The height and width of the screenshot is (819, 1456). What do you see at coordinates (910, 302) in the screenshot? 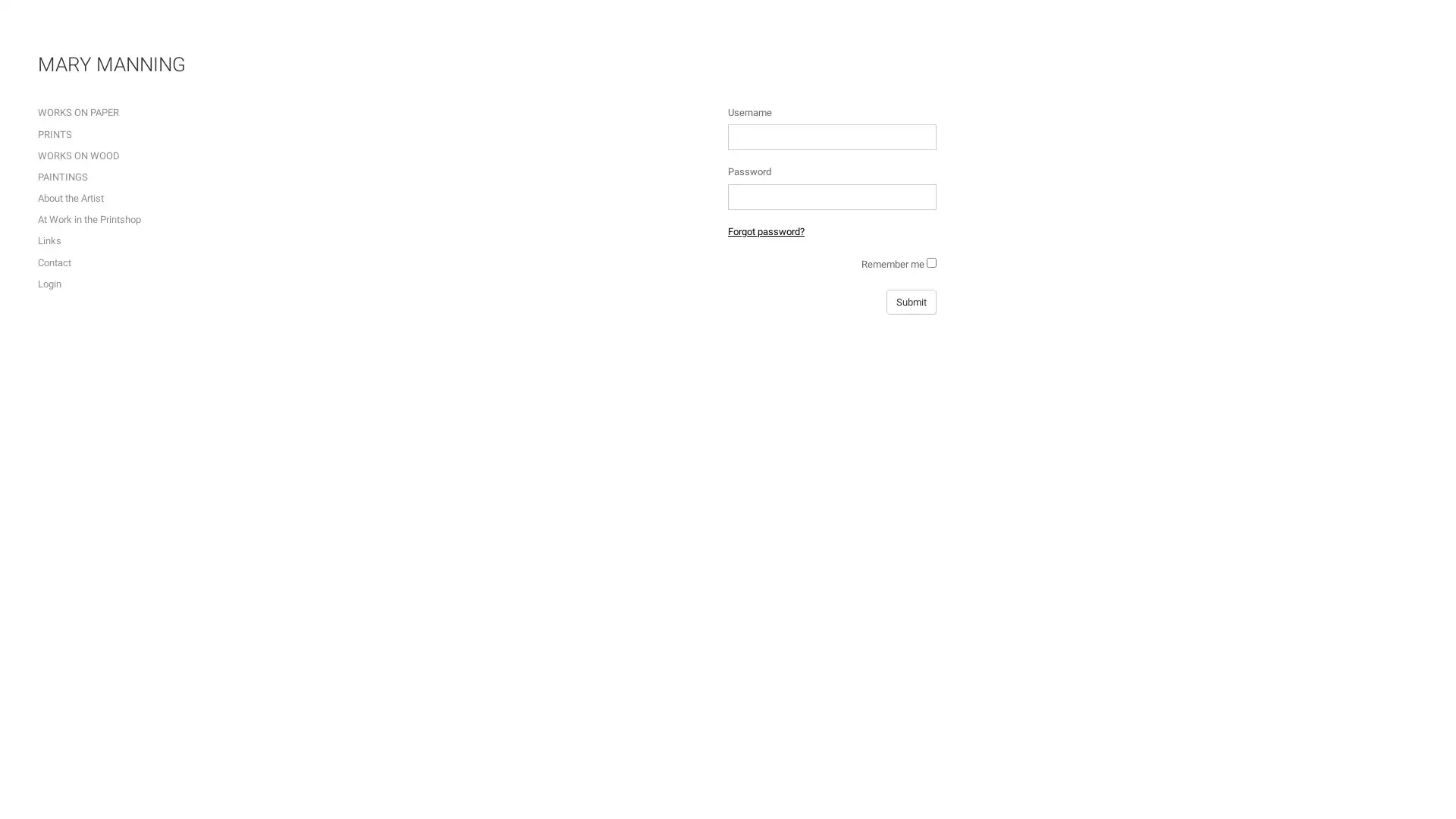
I see `Submit` at bounding box center [910, 302].